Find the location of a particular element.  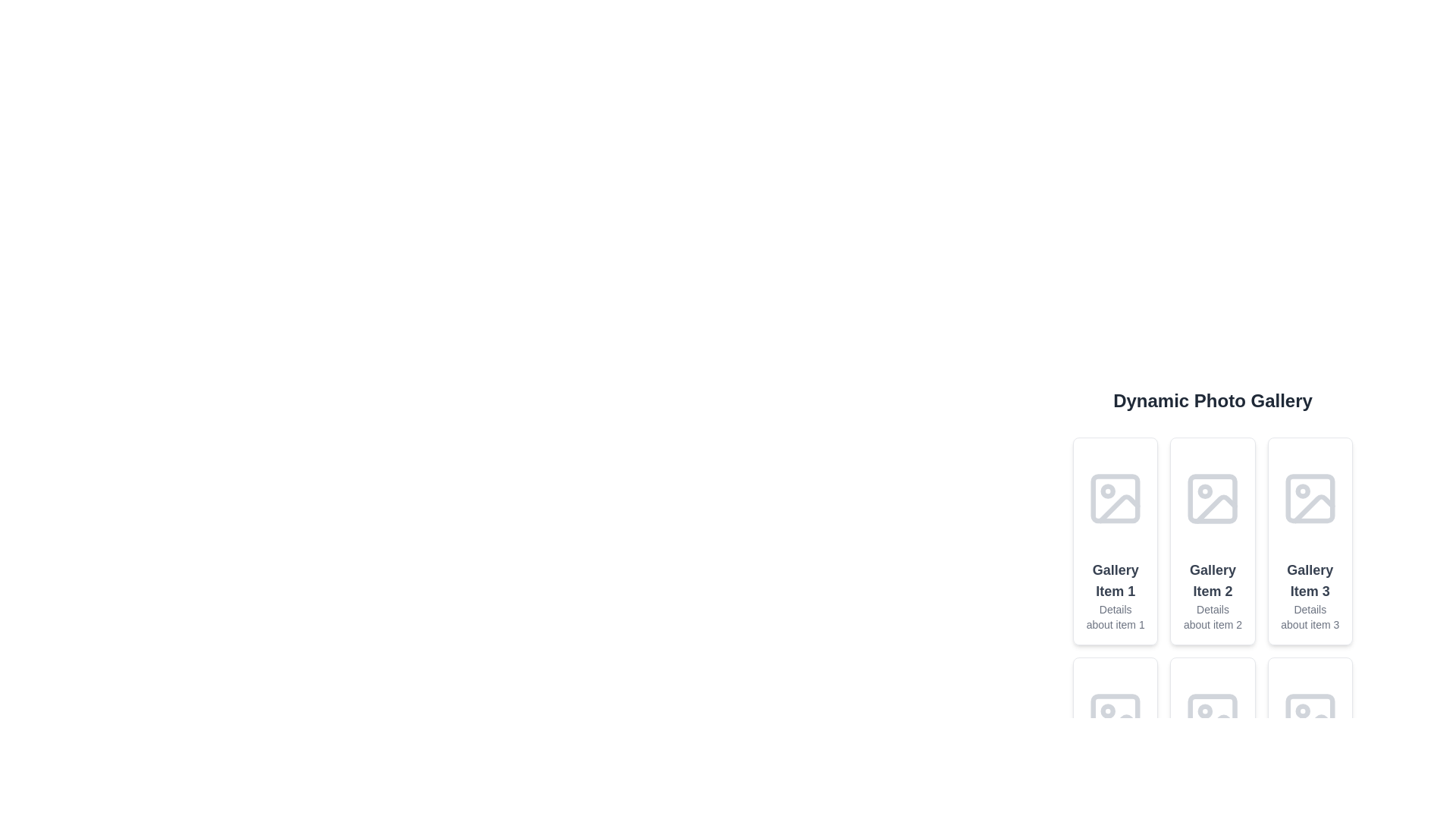

the grayscale image icon located in the second row and third column of the gallery interface, directly above the title 'Gallery Item 5' is located at coordinates (1212, 718).